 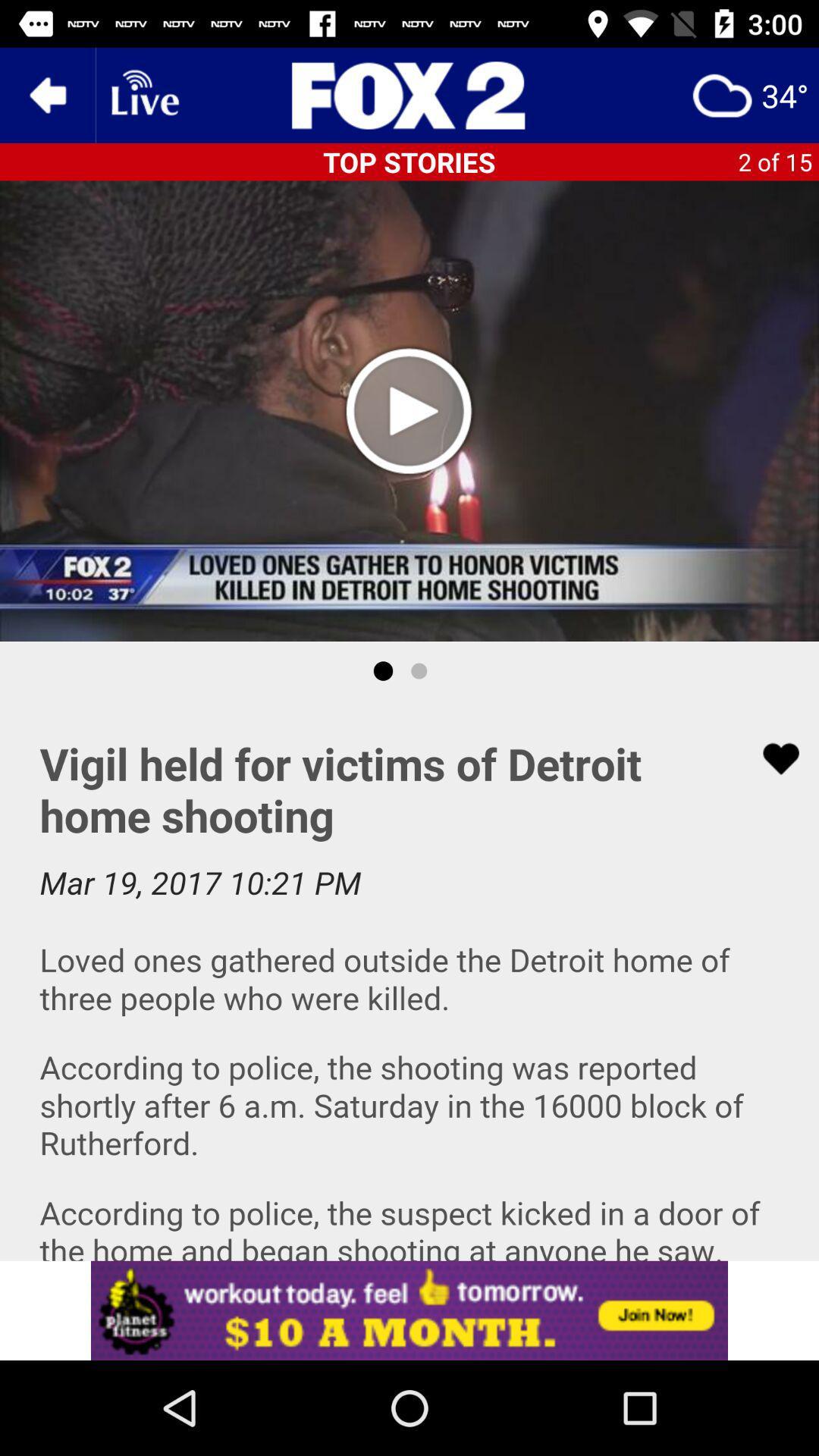 What do you see at coordinates (143, 94) in the screenshot?
I see `watch news live` at bounding box center [143, 94].